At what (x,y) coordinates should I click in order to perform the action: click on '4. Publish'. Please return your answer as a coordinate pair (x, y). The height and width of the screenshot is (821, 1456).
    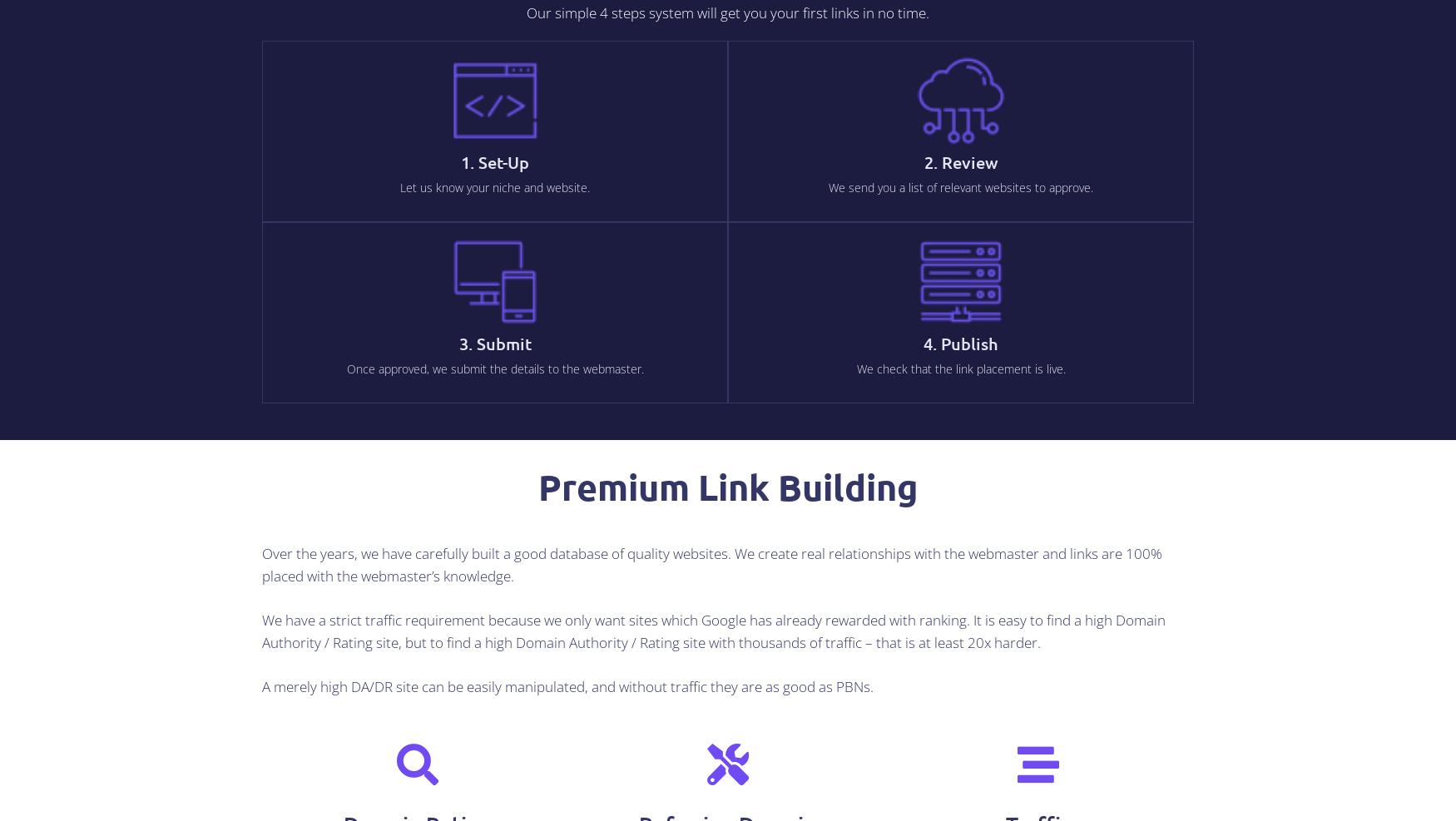
    Looking at the image, I should click on (924, 342).